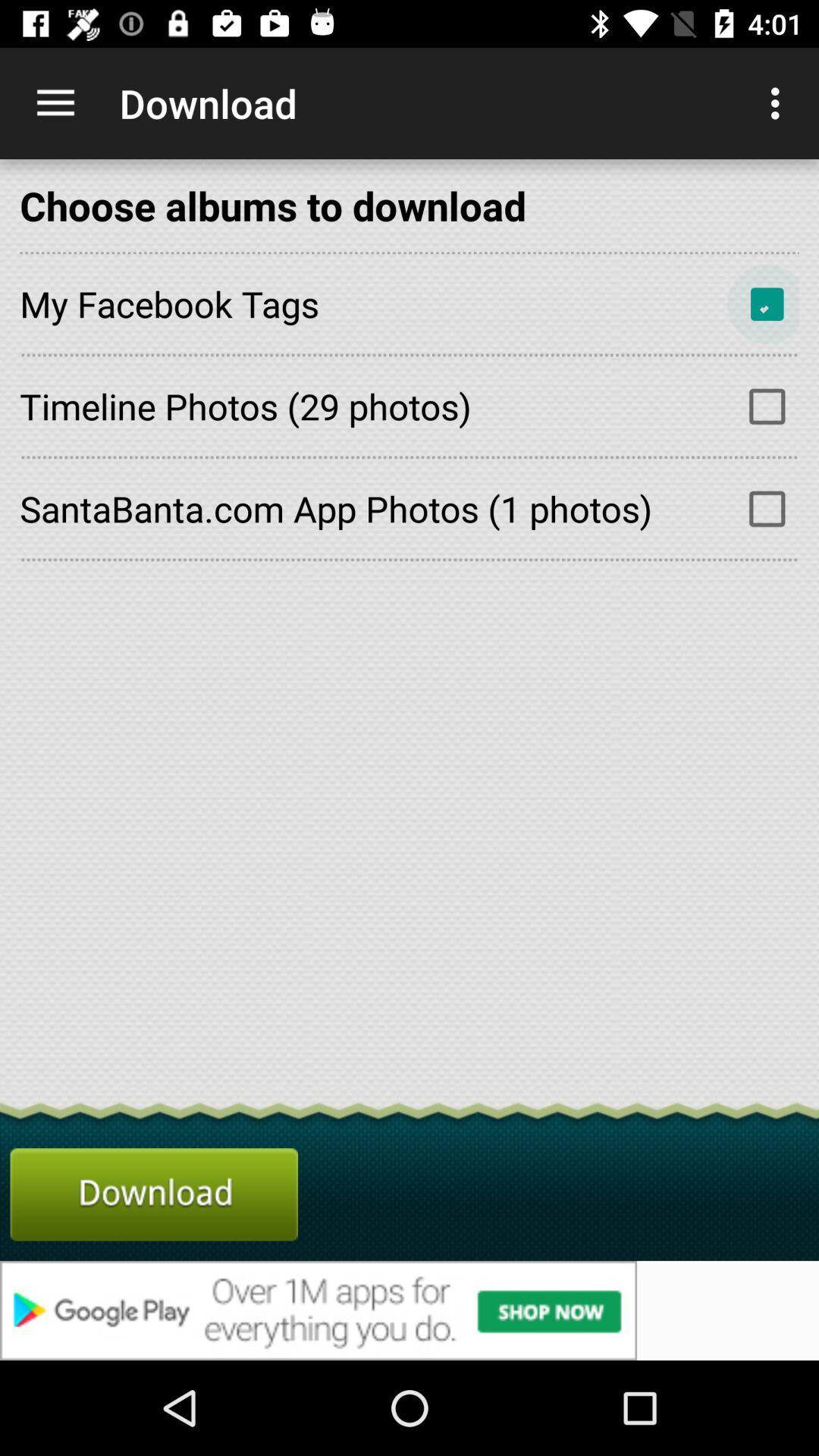 The height and width of the screenshot is (1456, 819). What do you see at coordinates (154, 1194) in the screenshot?
I see `download` at bounding box center [154, 1194].